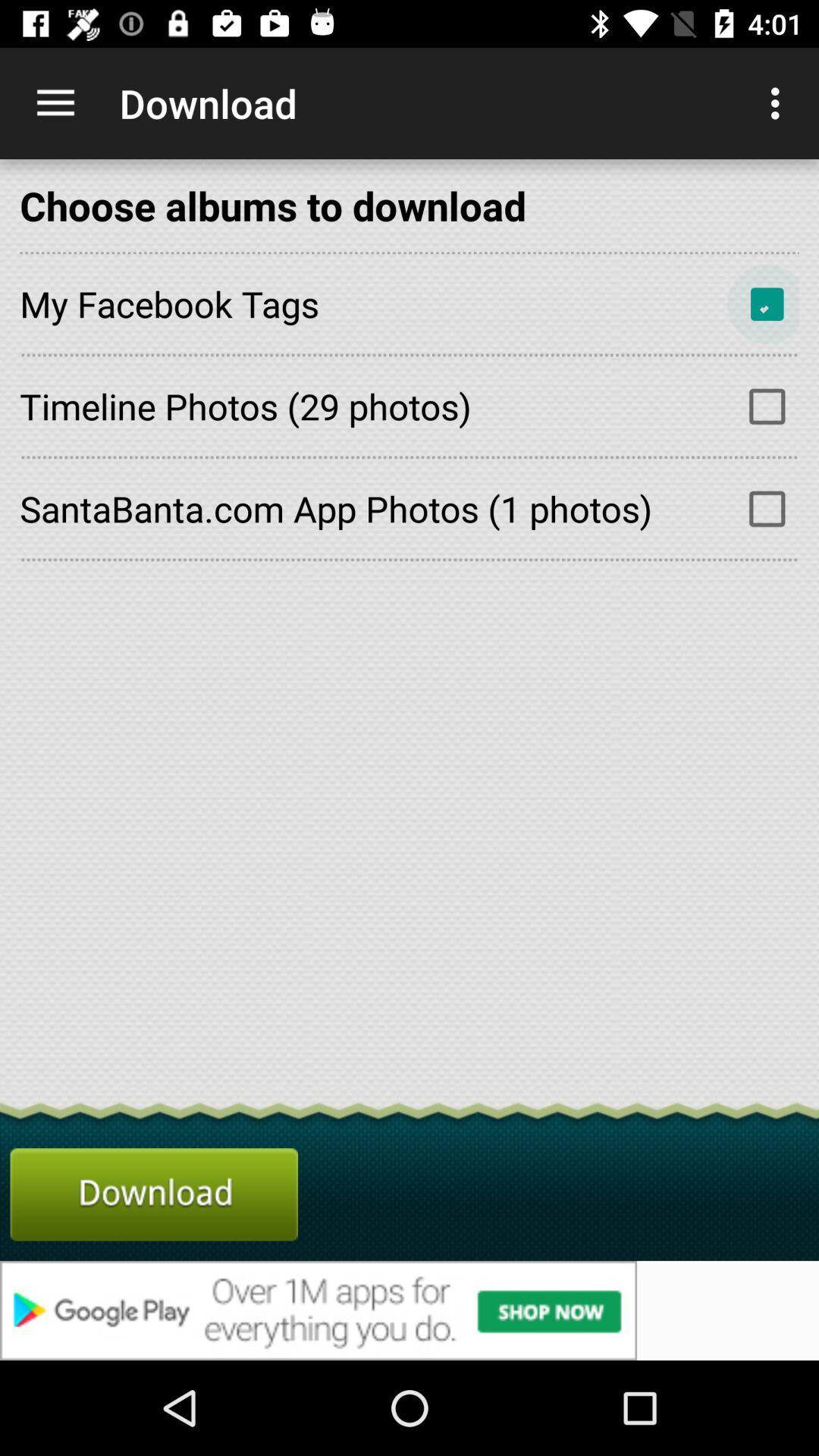 The height and width of the screenshot is (1456, 819). What do you see at coordinates (154, 1194) in the screenshot?
I see `download` at bounding box center [154, 1194].